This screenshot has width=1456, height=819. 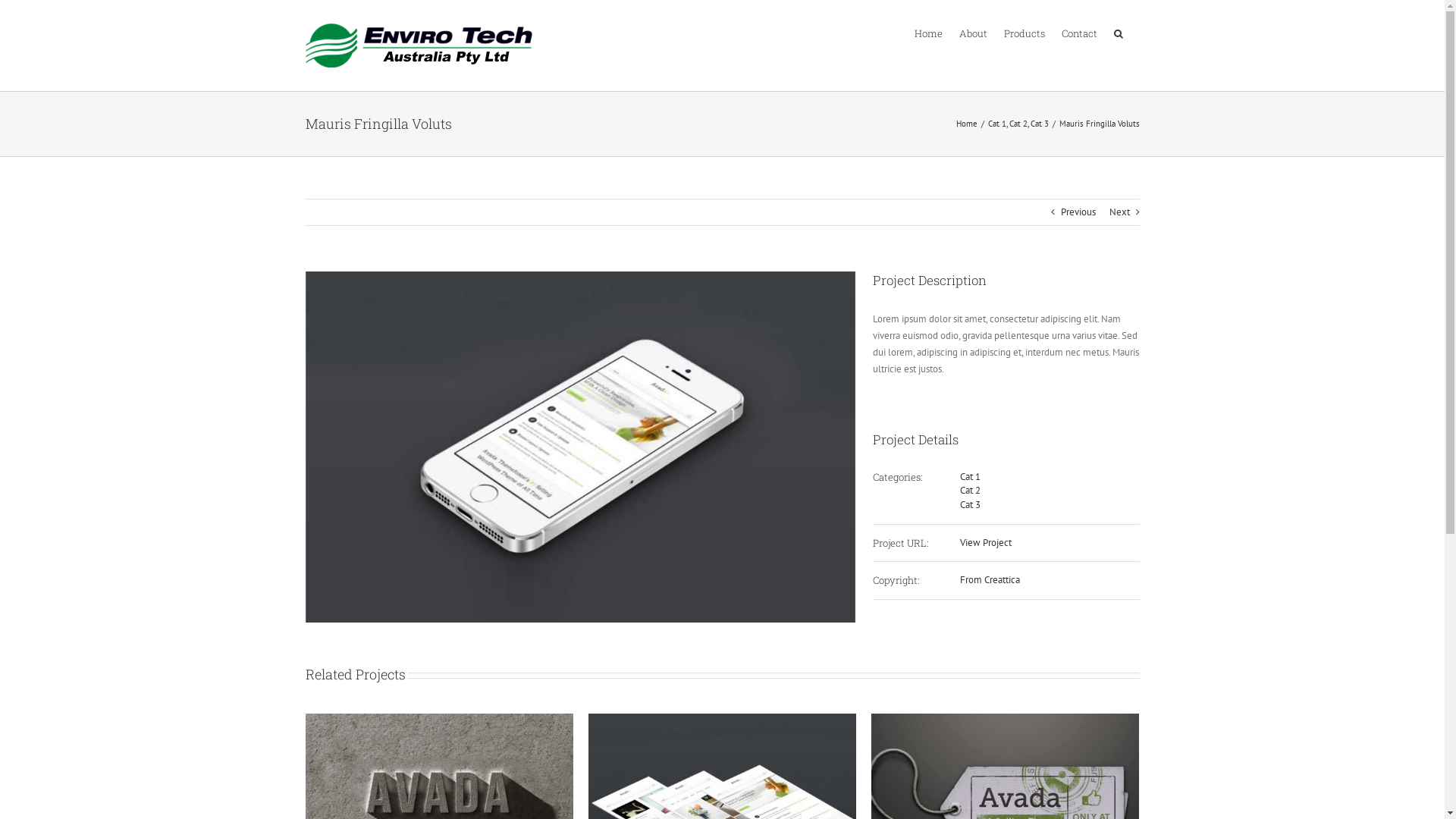 What do you see at coordinates (986, 541) in the screenshot?
I see `'View Project'` at bounding box center [986, 541].